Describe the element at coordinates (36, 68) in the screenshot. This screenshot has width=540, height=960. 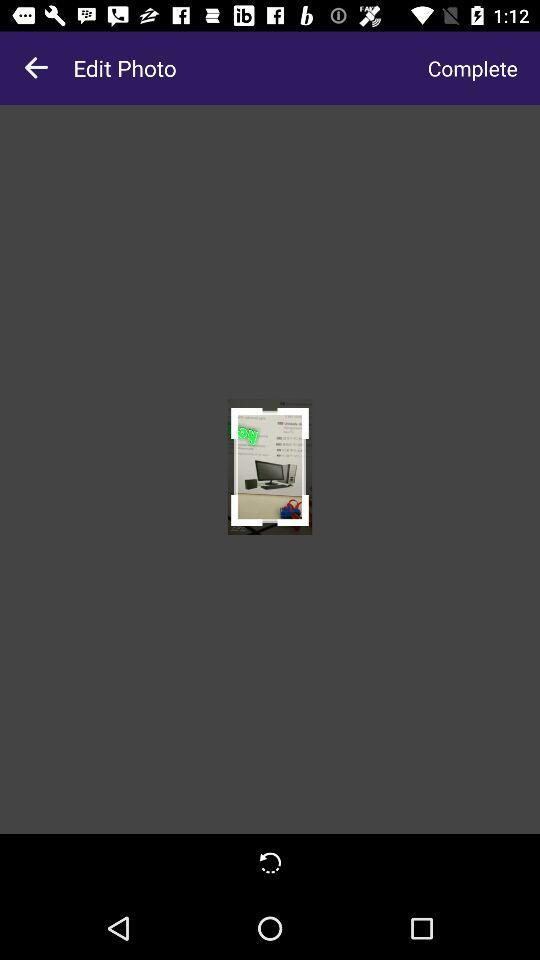
I see `the arrow_backward icon` at that location.